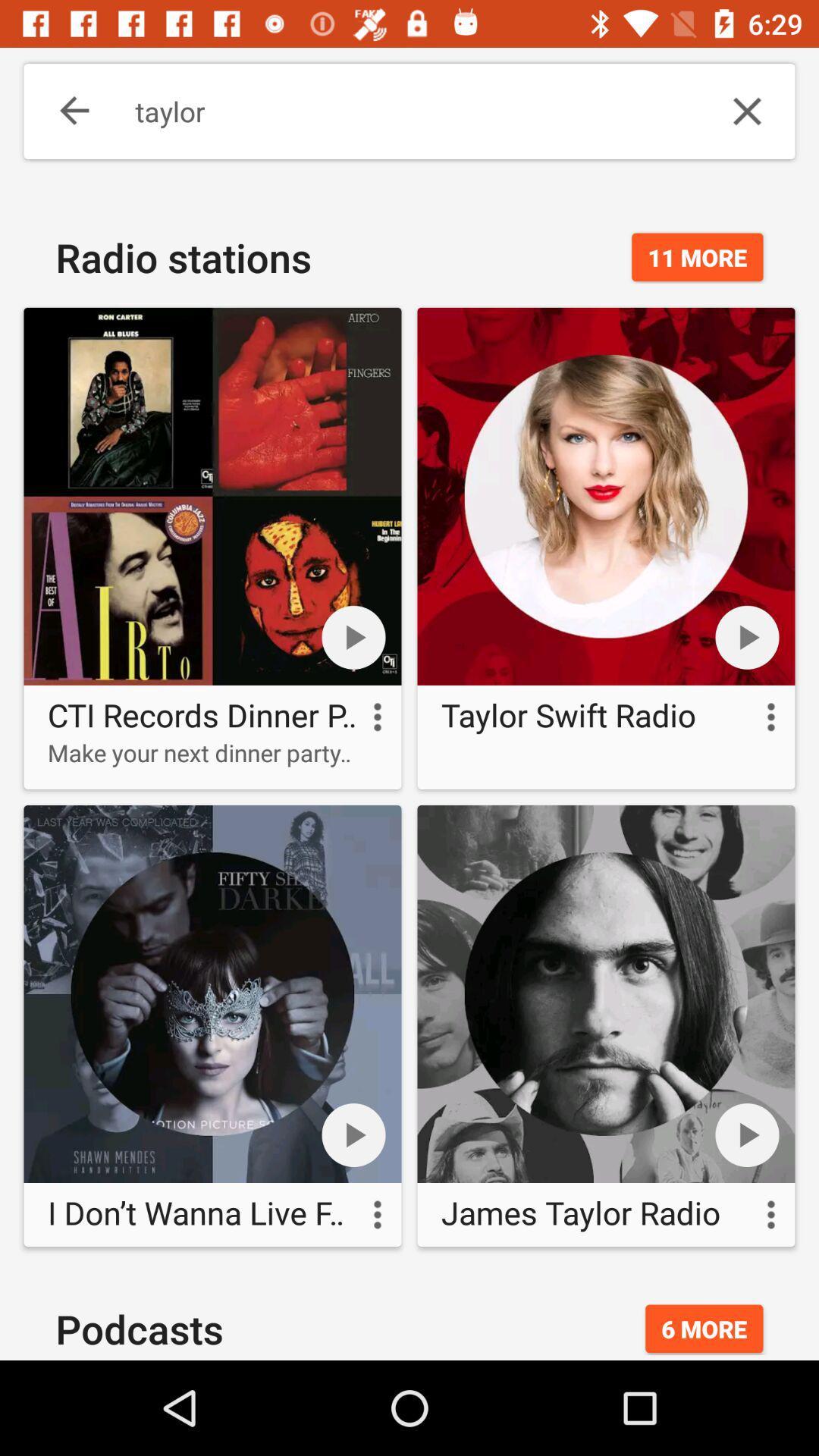 The image size is (819, 1456). What do you see at coordinates (704, 1328) in the screenshot?
I see `the 6 more icon` at bounding box center [704, 1328].